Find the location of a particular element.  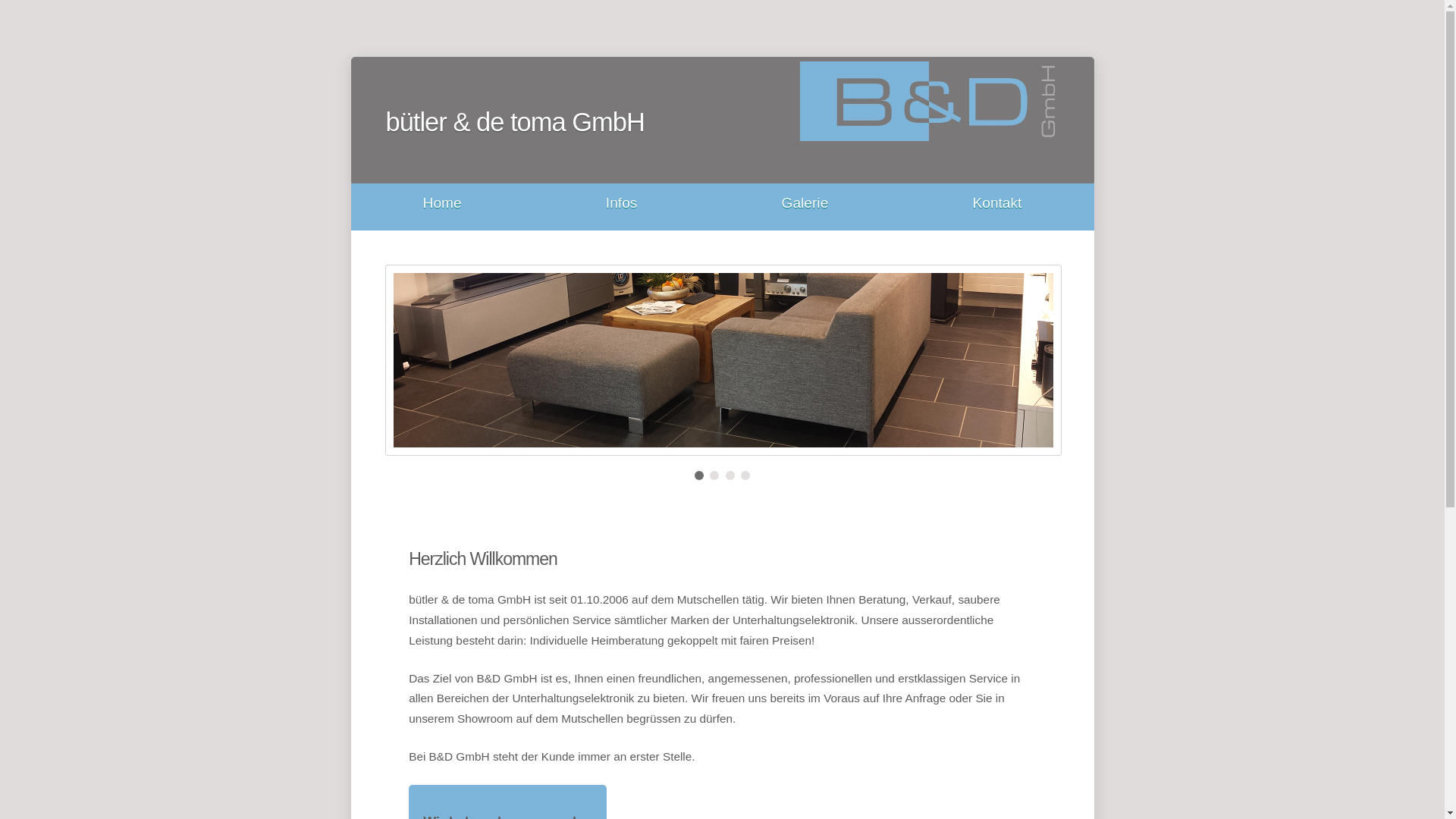

'Kontakt' is located at coordinates (996, 202).